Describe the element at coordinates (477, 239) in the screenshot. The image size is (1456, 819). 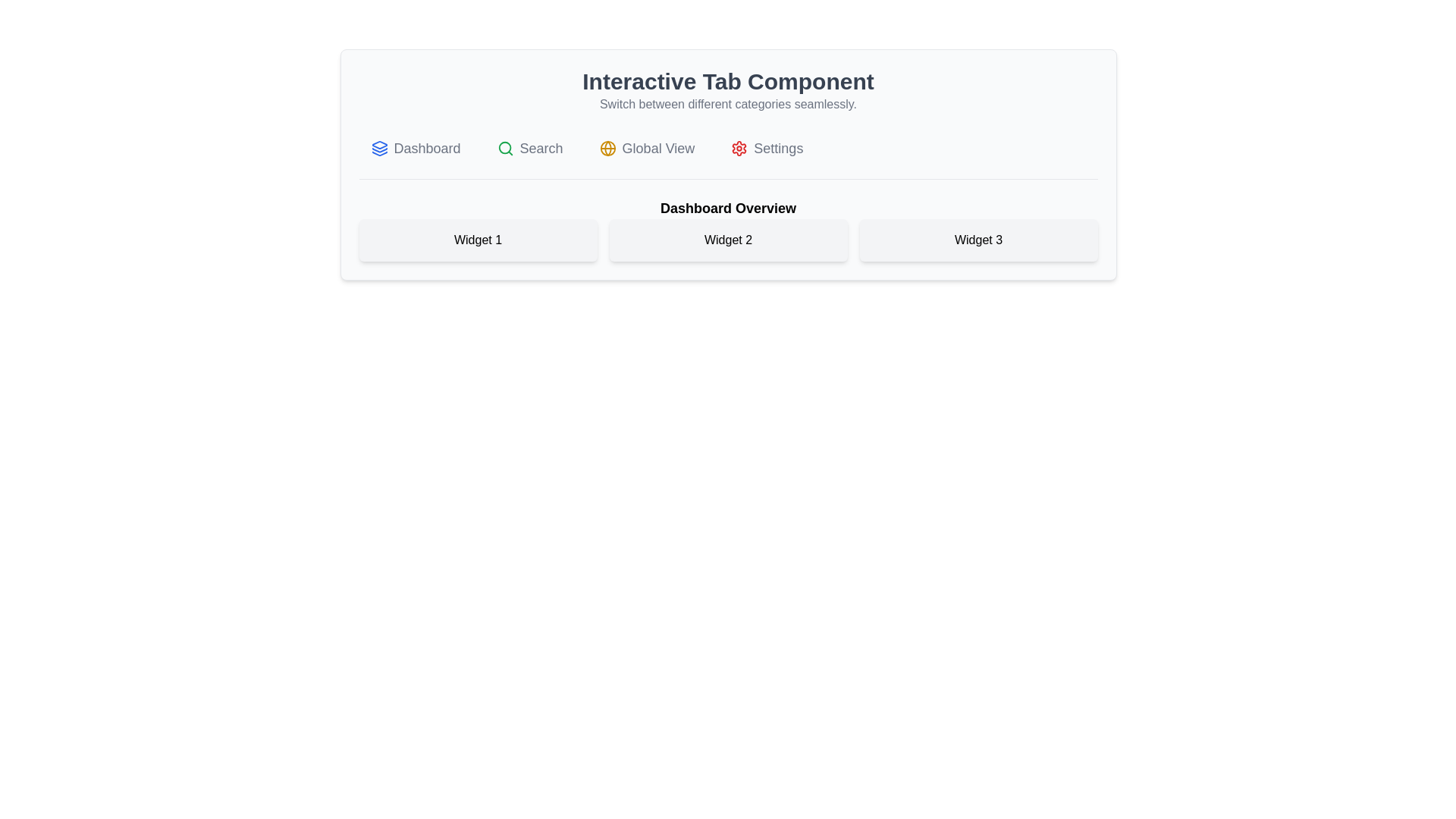
I see `the first informational card in the group of three widgets below the 'Dashboard Overview' section to interact with it` at that location.